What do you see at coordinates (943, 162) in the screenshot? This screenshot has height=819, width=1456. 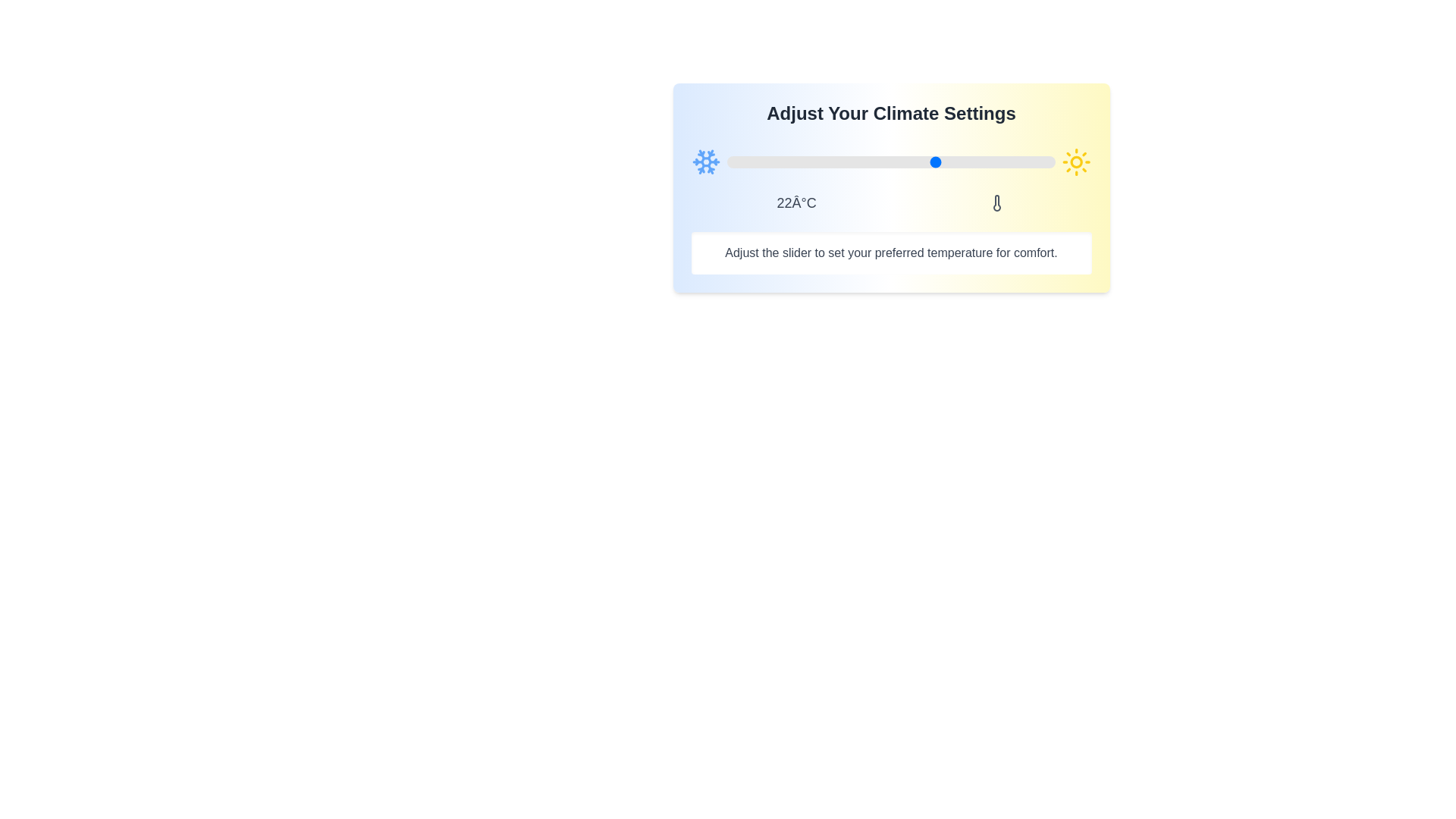 I see `the slider to set the temperature to 23°C` at bounding box center [943, 162].